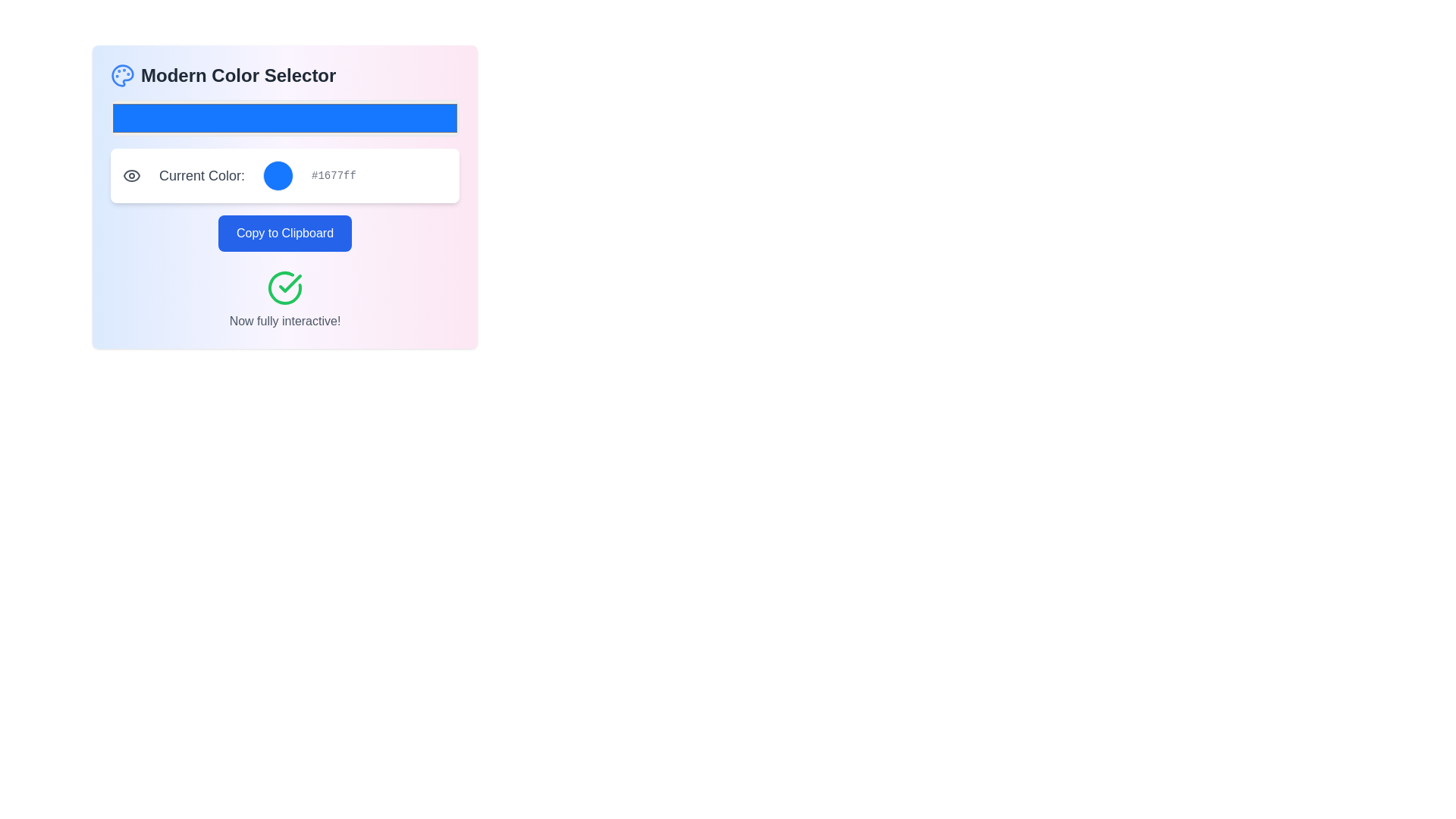 The image size is (1456, 819). I want to click on the eye icon located at the leftmost position in the central content block, directly before the 'Current Color' label, so click(131, 174).